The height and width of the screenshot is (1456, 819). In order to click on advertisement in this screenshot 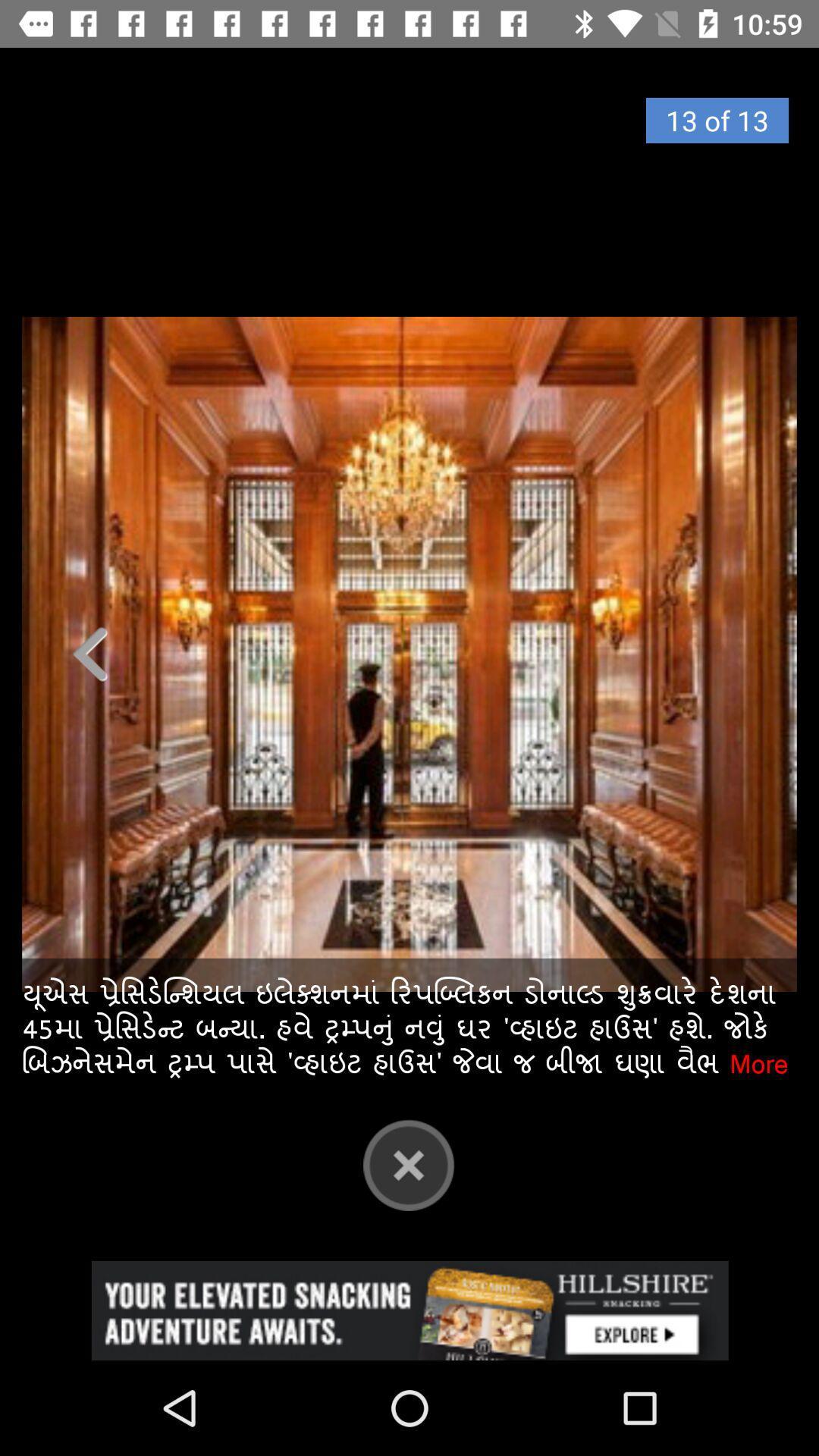, I will do `click(409, 1310)`.